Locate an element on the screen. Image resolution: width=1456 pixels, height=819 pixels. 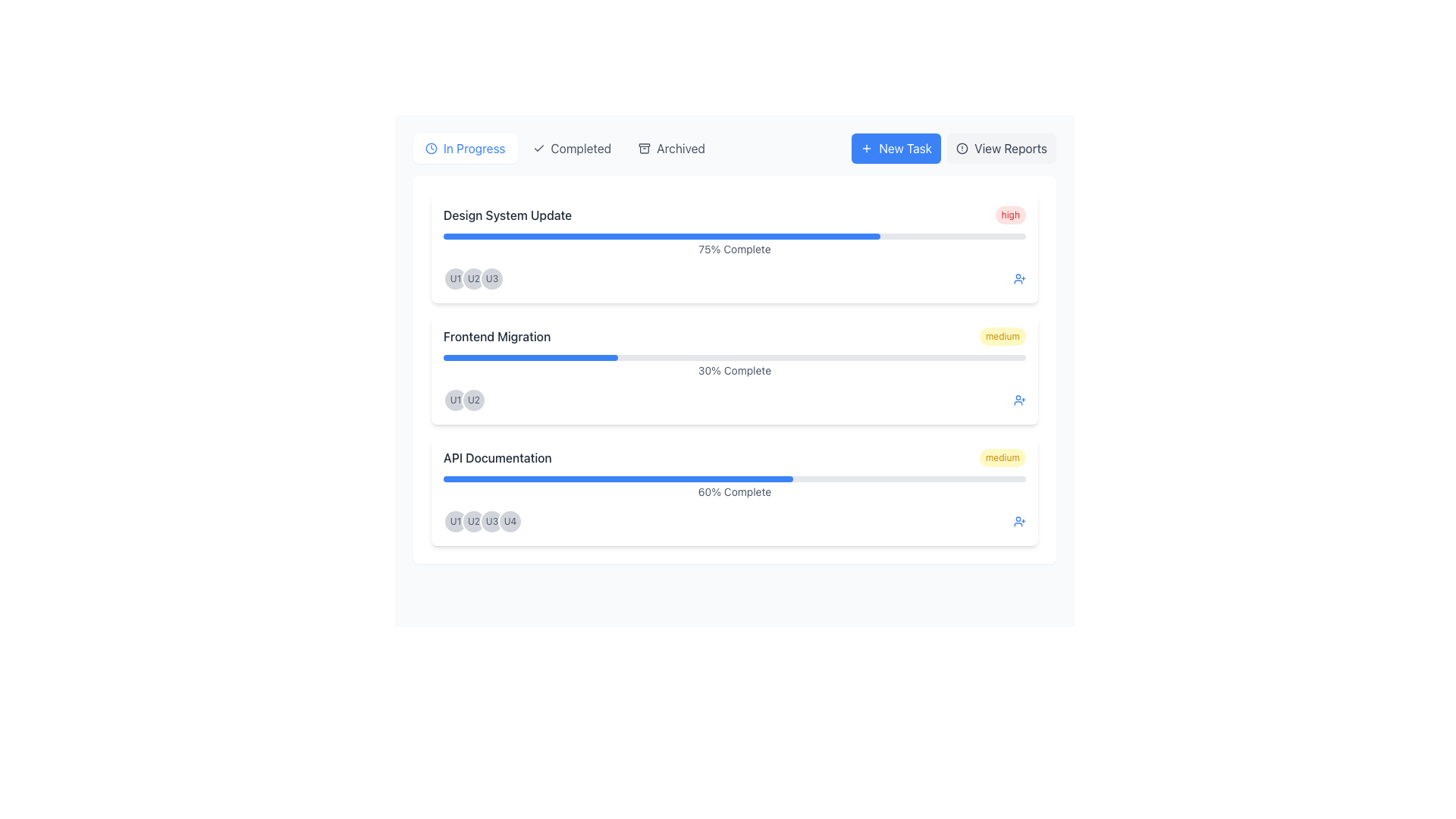
the 'View Reports' button, which is a rectangular button with rounded corners, styled in light gray with dark gray text, located in the top right corner of the interface is located at coordinates (1002, 149).